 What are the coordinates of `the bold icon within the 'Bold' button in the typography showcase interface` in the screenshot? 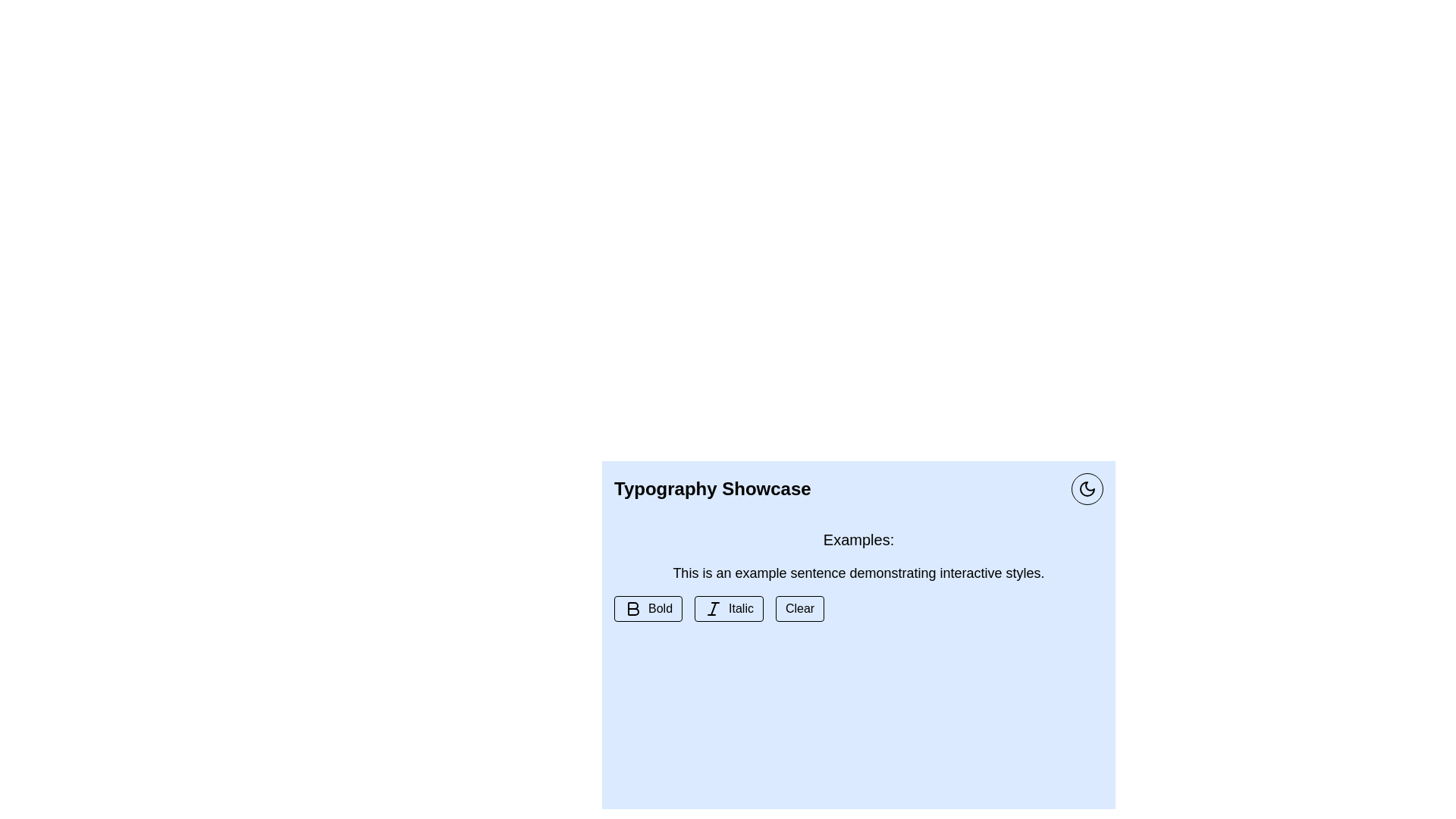 It's located at (633, 607).